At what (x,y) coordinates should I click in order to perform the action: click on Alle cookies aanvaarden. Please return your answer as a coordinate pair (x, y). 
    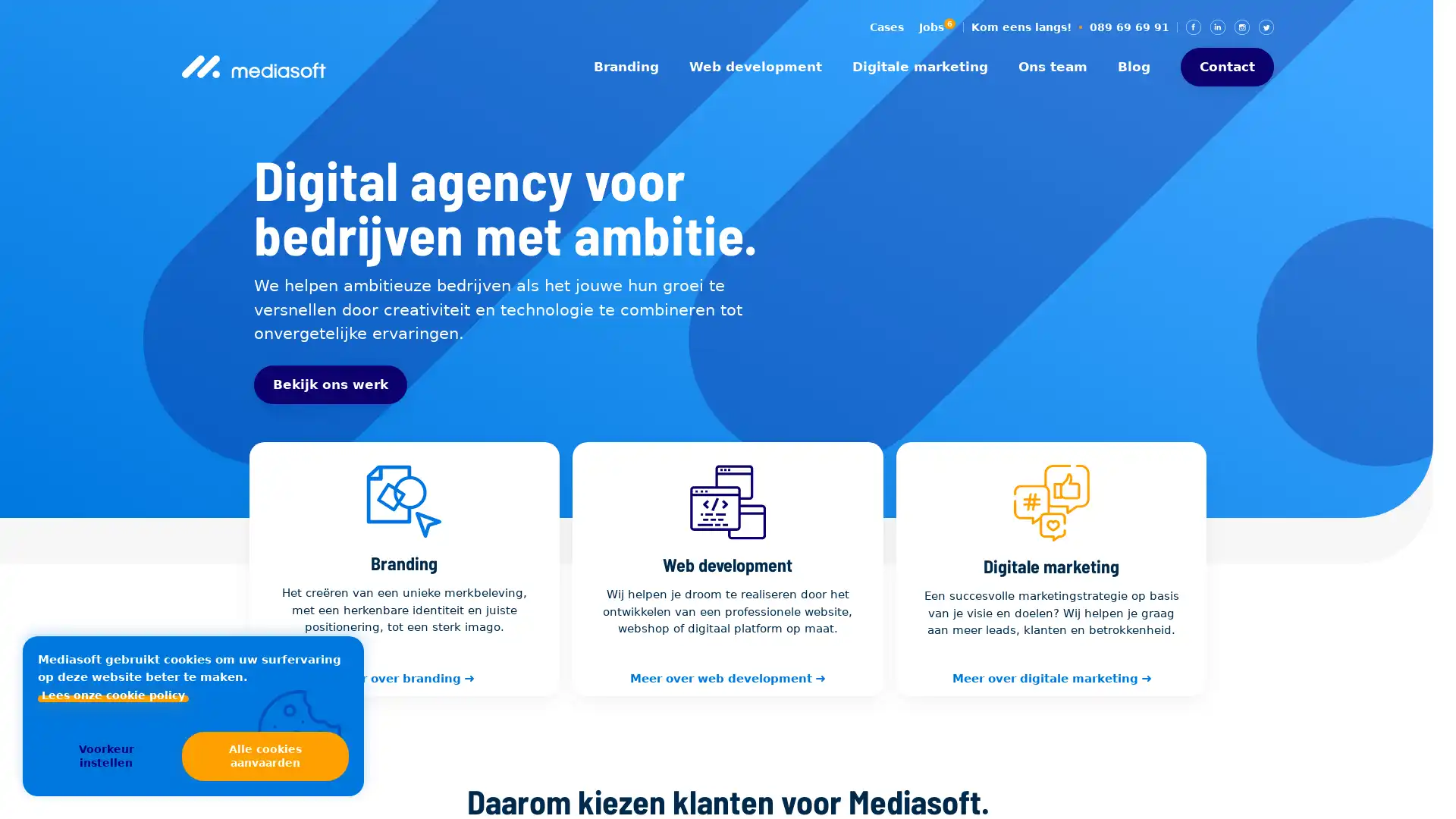
    Looking at the image, I should click on (265, 756).